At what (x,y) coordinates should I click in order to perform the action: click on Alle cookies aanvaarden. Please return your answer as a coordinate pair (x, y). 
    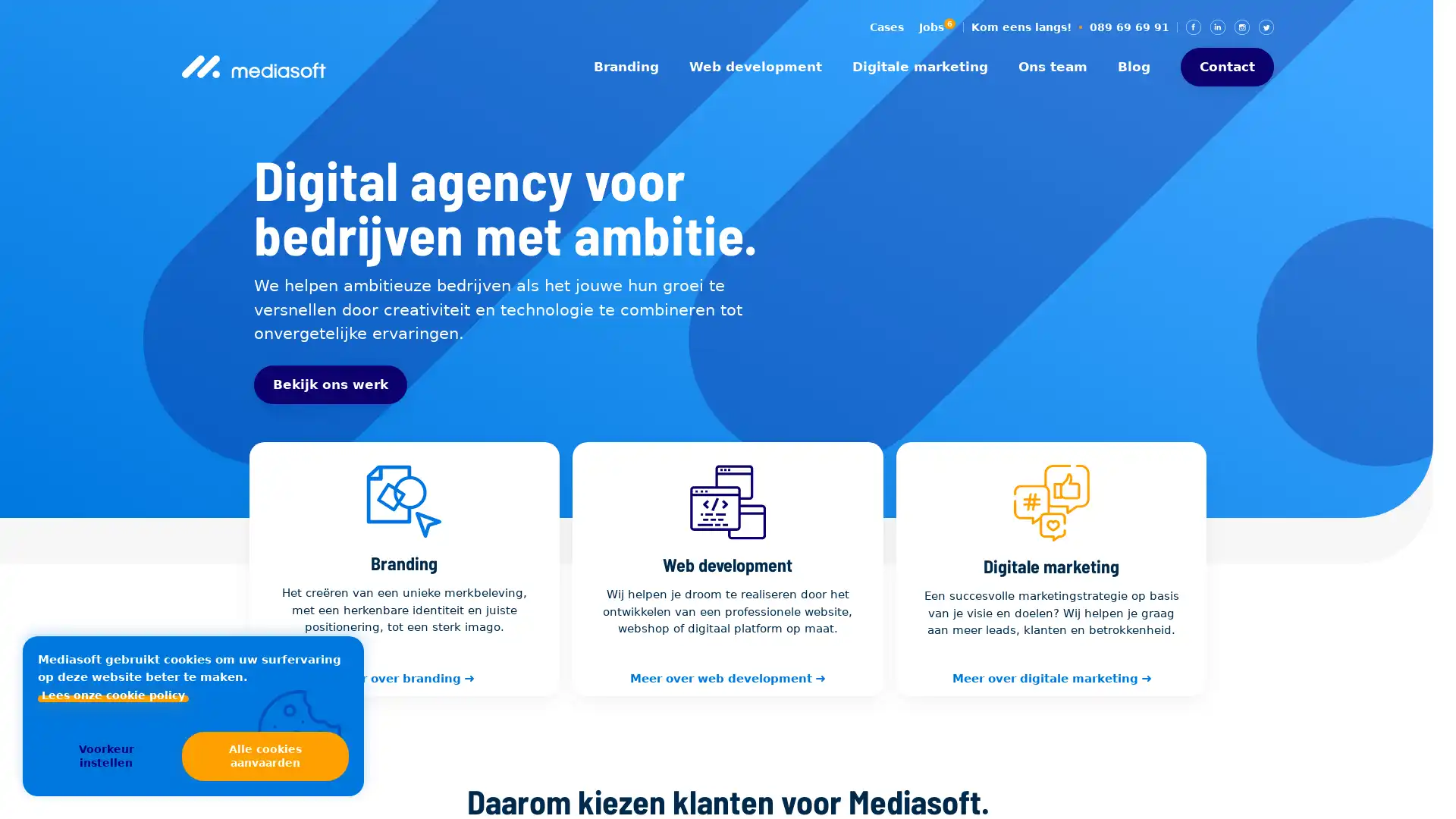
    Looking at the image, I should click on (265, 756).